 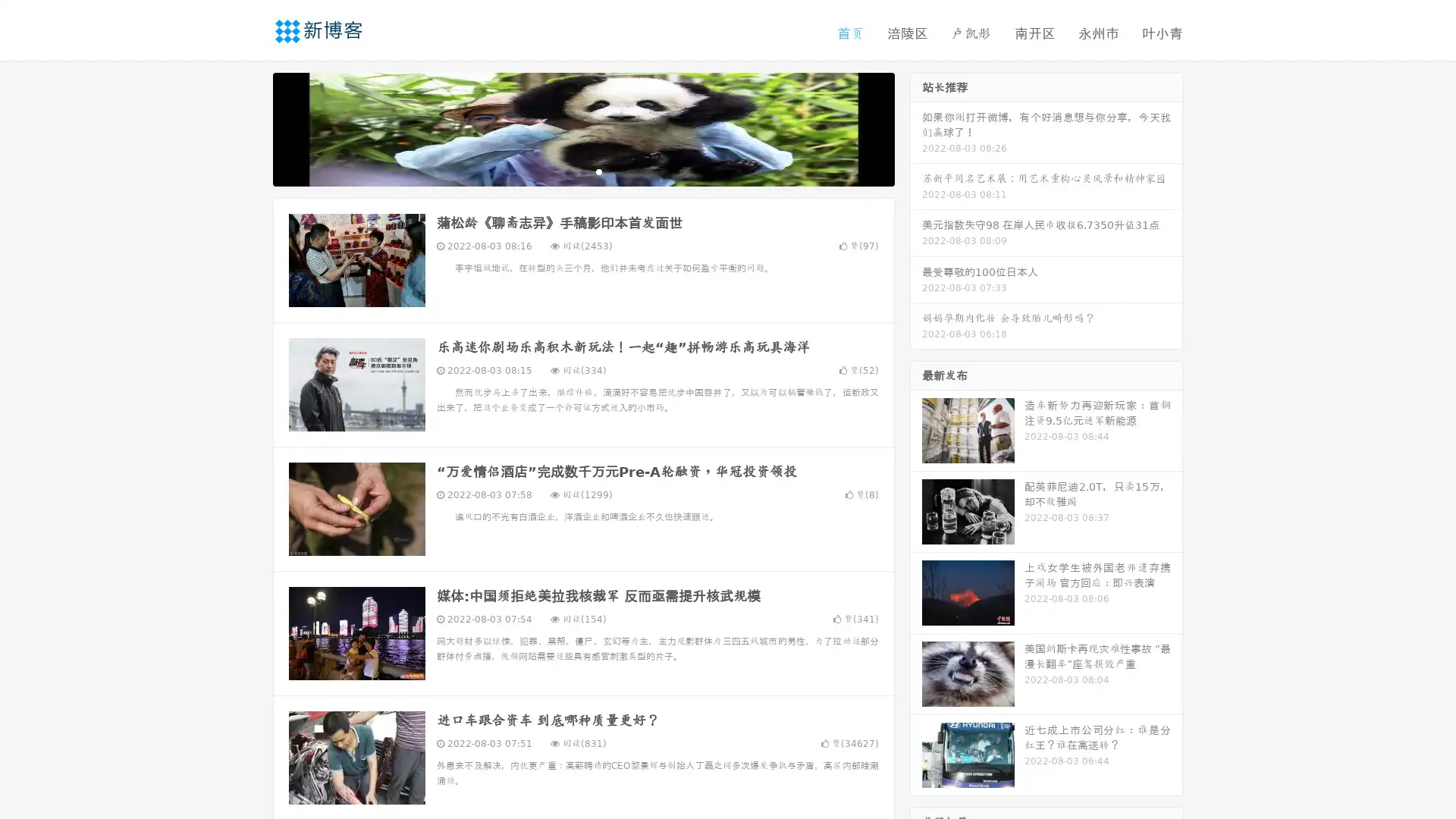 I want to click on Go to slide 3, so click(x=598, y=171).